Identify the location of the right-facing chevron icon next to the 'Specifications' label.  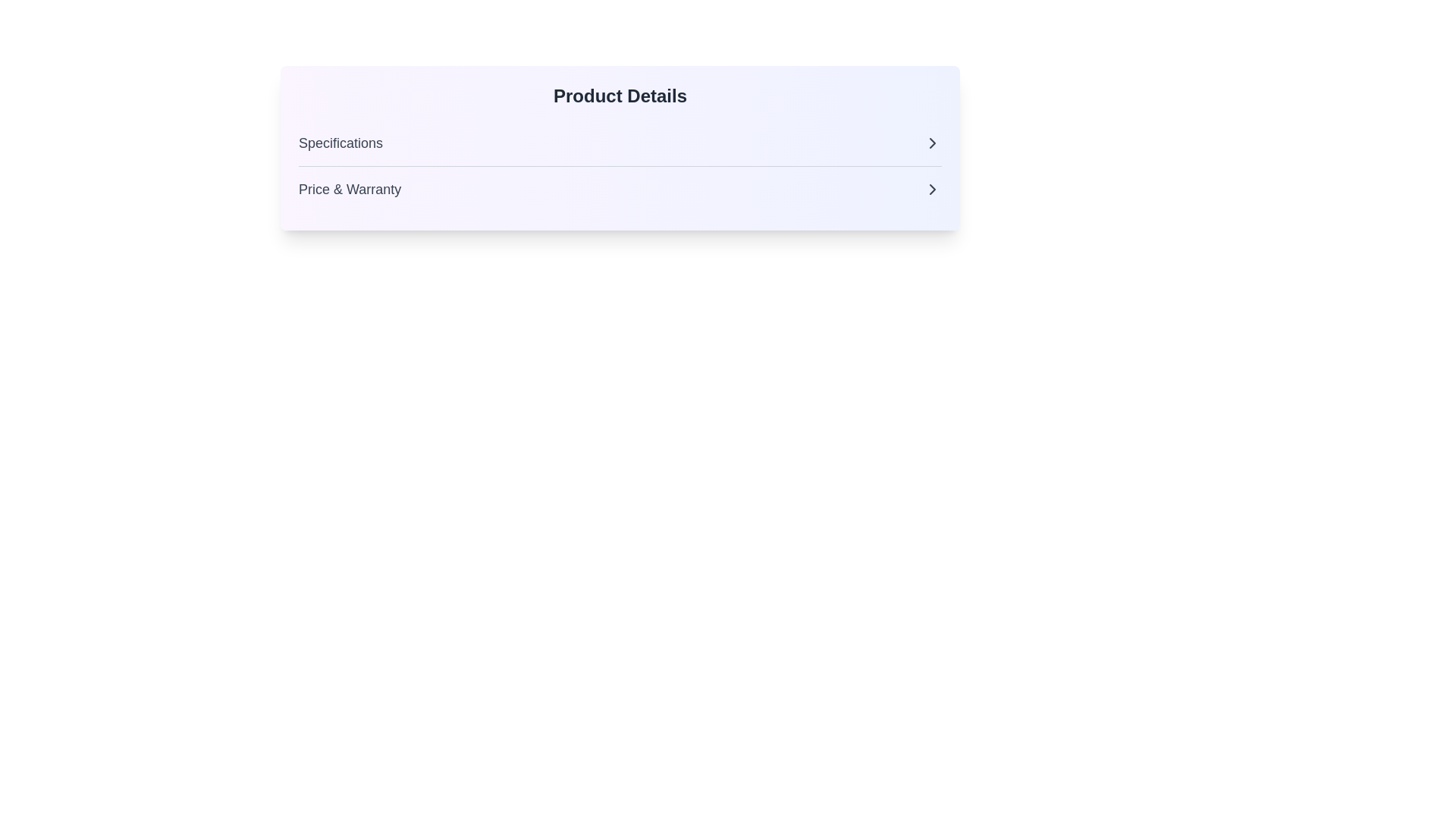
(931, 143).